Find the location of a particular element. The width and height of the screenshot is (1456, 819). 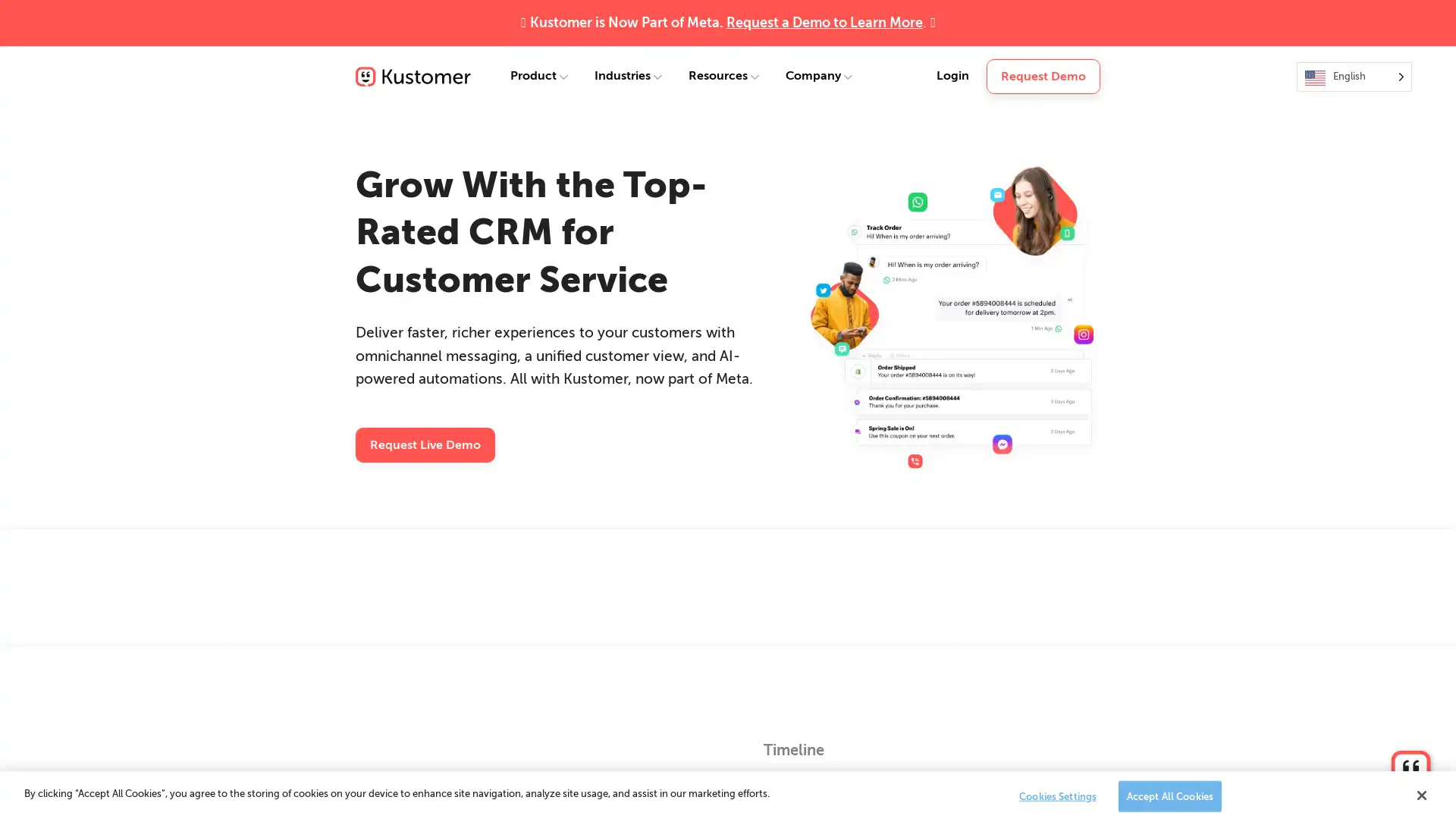

Cookies Settings is located at coordinates (1056, 795).